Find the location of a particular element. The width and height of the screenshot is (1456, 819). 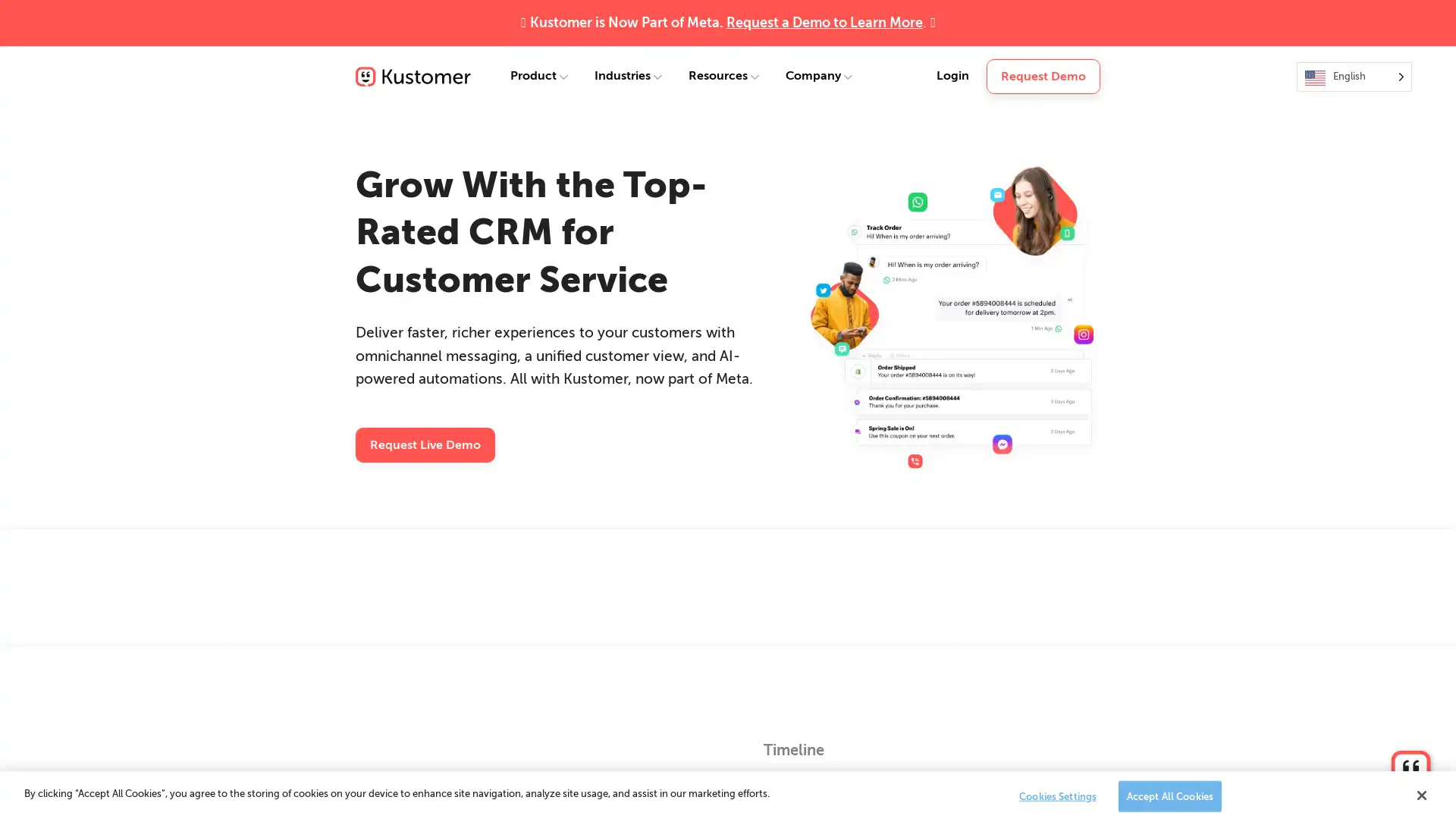

Cookies Settings is located at coordinates (1056, 795).